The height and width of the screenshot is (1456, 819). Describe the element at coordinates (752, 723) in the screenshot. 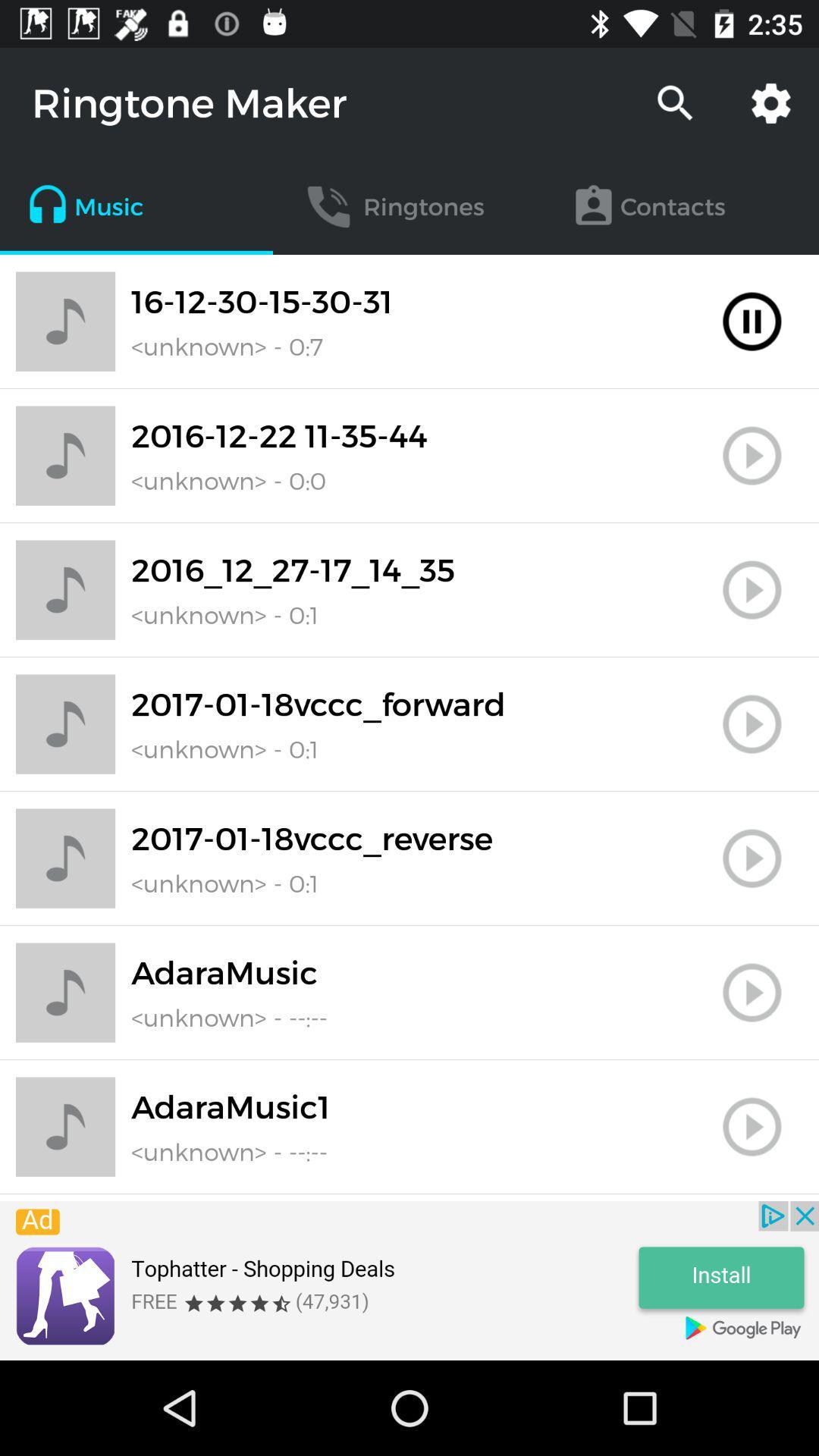

I see `track` at that location.